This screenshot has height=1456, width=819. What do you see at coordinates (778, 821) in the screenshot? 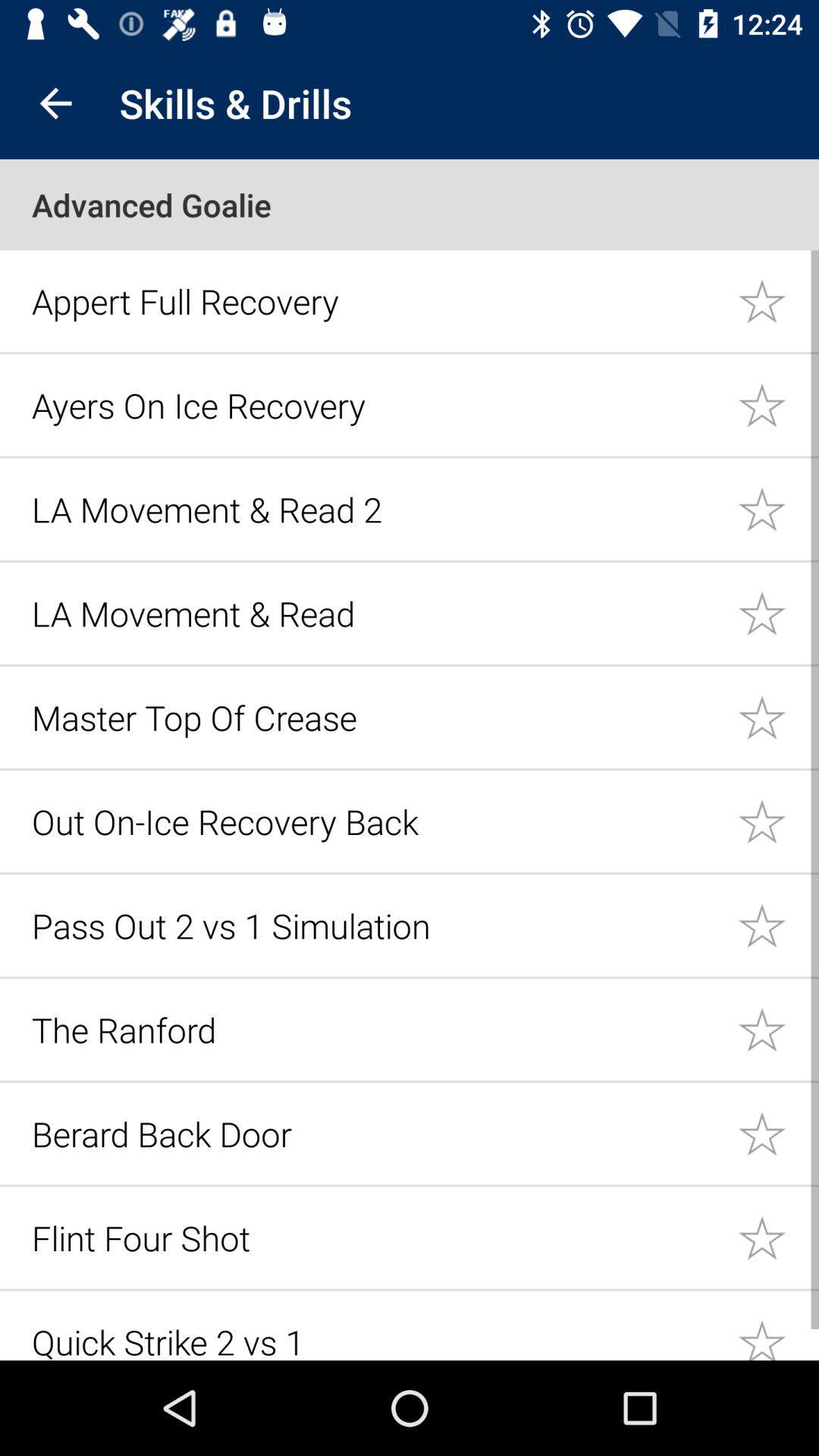
I see `put this option in starred list` at bounding box center [778, 821].